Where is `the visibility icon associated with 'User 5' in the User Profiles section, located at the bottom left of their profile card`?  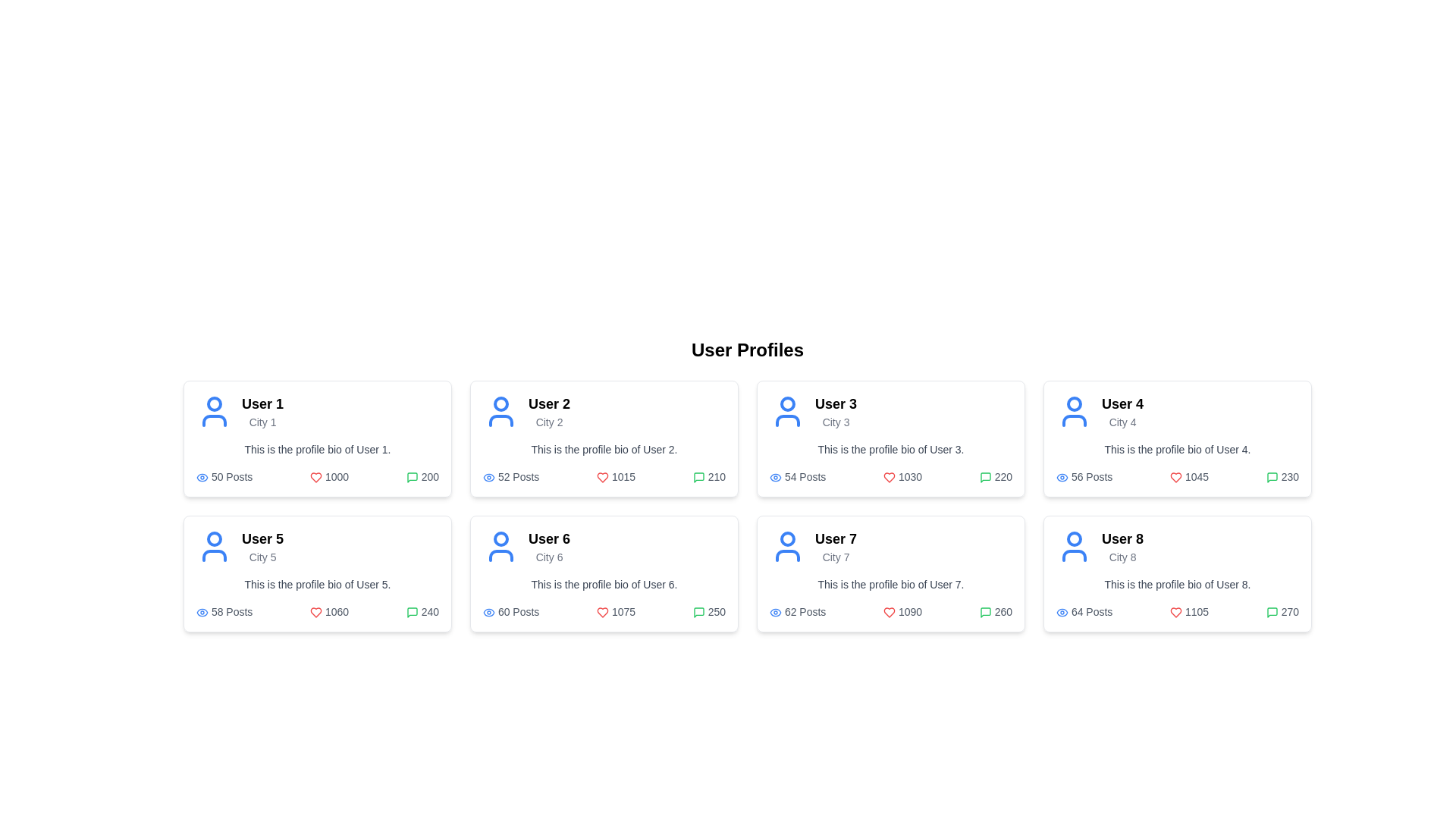 the visibility icon associated with 'User 5' in the User Profiles section, located at the bottom left of their profile card is located at coordinates (202, 611).